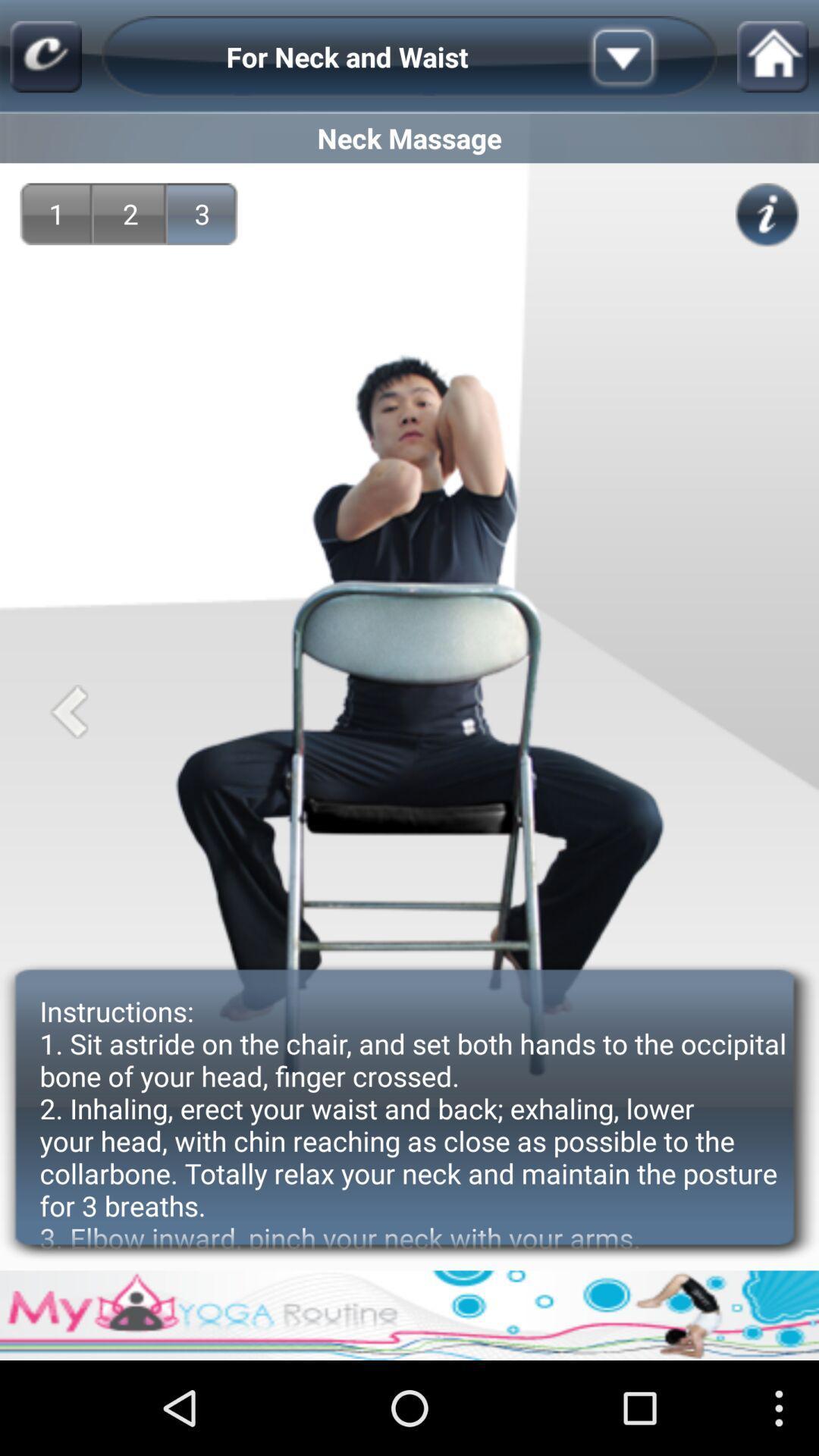  Describe the element at coordinates (647, 57) in the screenshot. I see `the item next to the for neck and app` at that location.